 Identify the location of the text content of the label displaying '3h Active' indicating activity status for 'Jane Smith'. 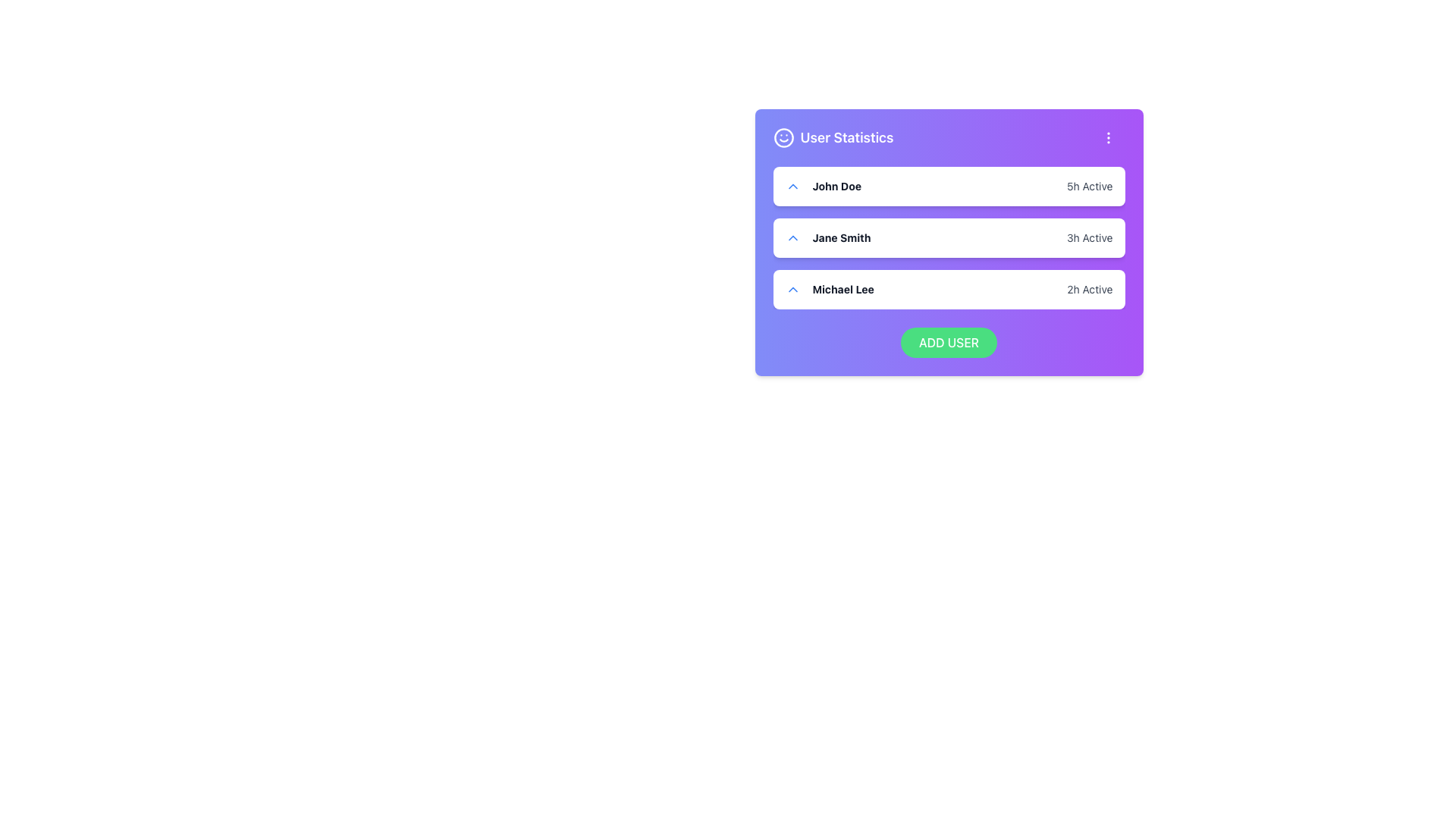
(1089, 237).